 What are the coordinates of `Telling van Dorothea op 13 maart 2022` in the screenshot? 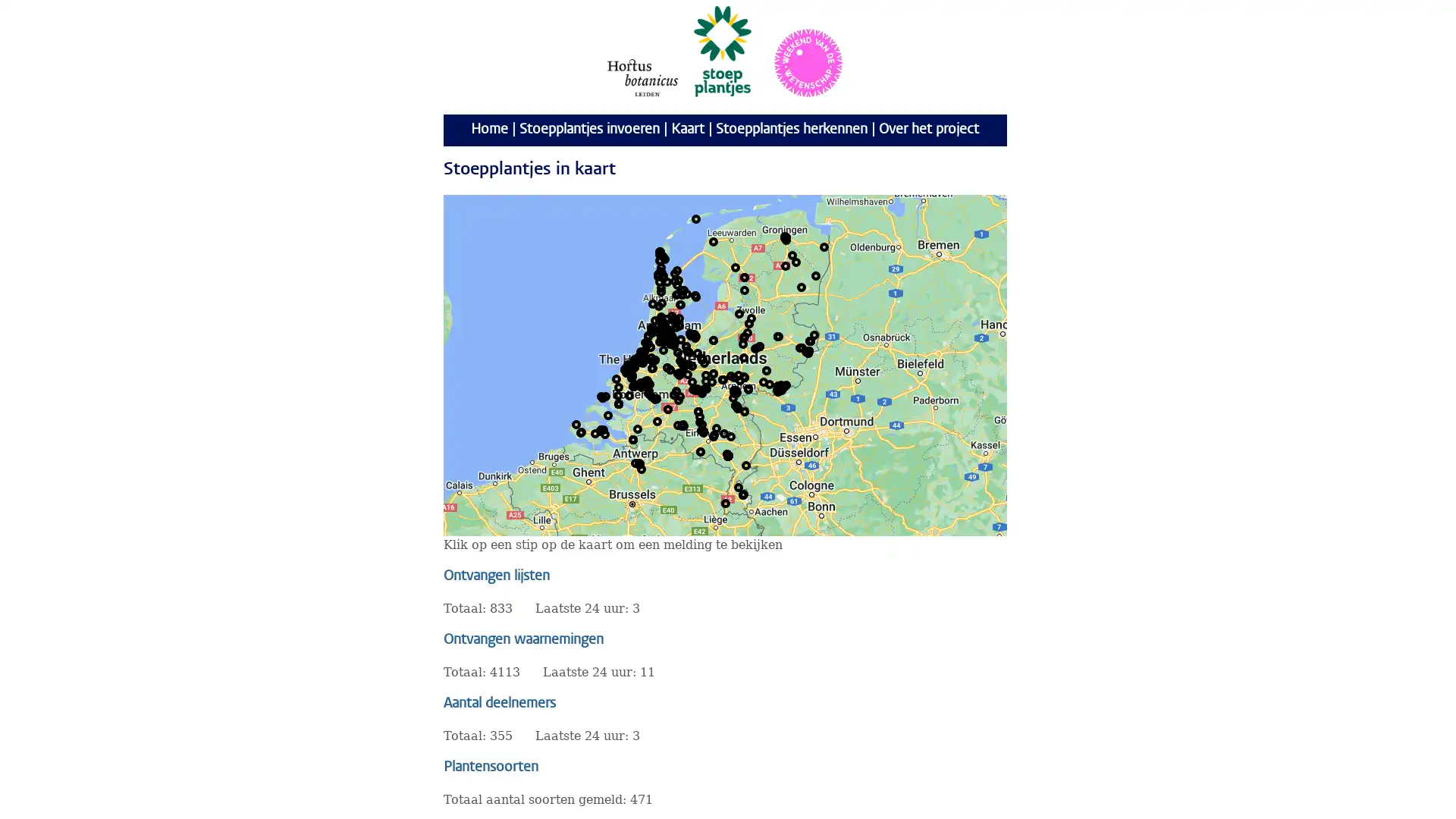 It's located at (679, 338).